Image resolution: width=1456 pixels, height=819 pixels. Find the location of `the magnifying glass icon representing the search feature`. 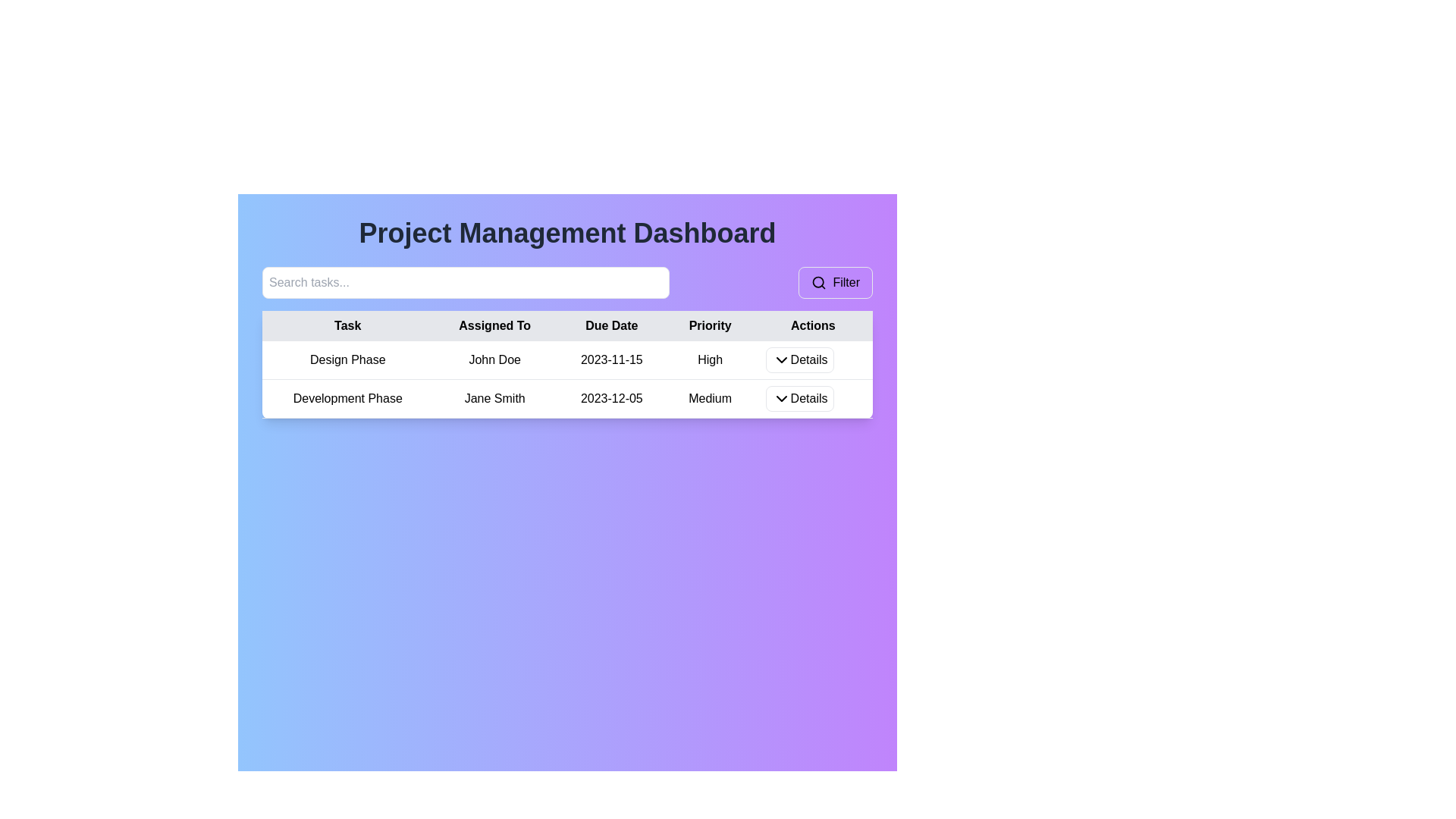

the magnifying glass icon representing the search feature is located at coordinates (818, 283).